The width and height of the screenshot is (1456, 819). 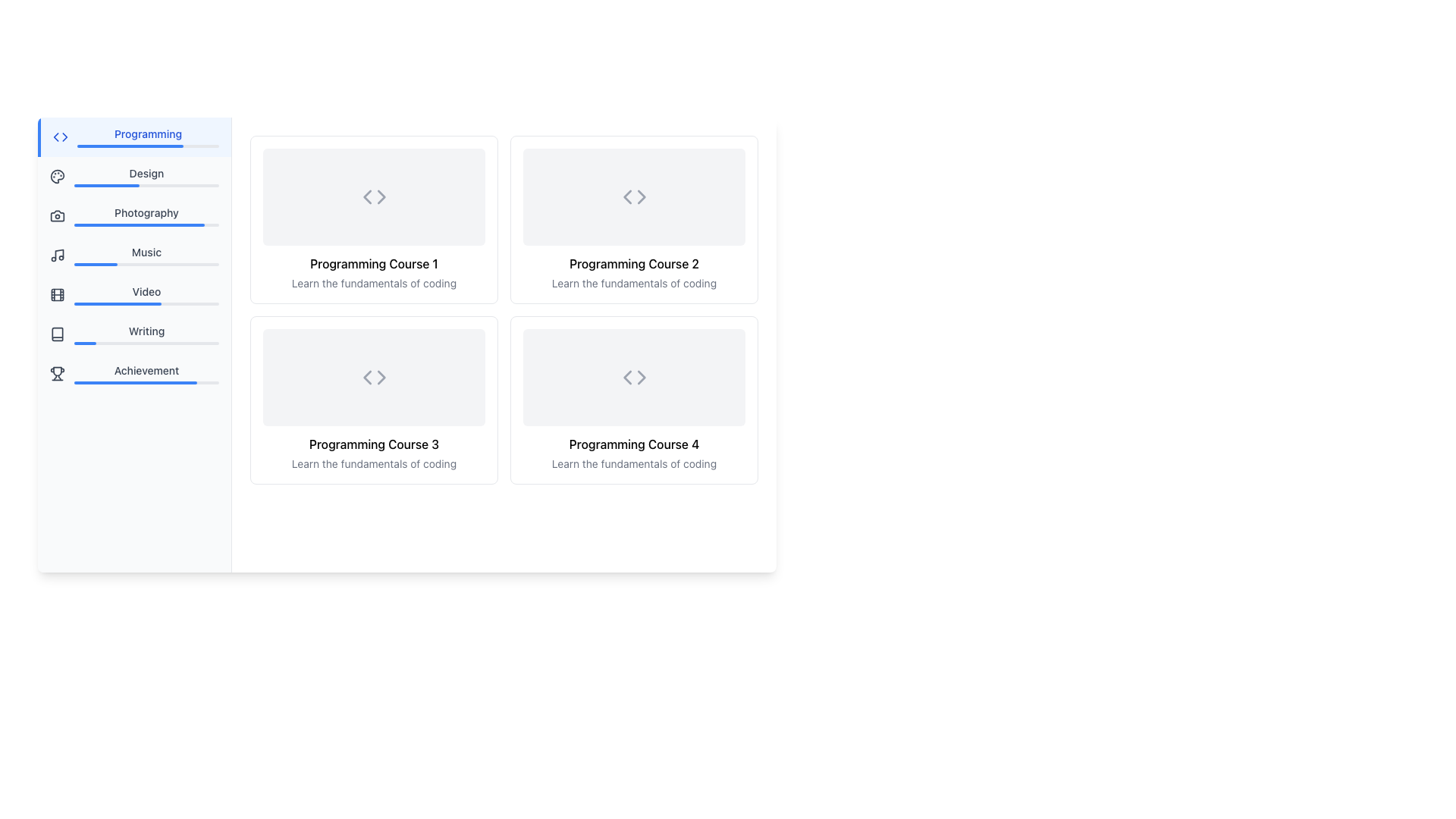 I want to click on the circular icon representing a palette located in the navigation sidebar next to the 'Design' label, so click(x=58, y=175).